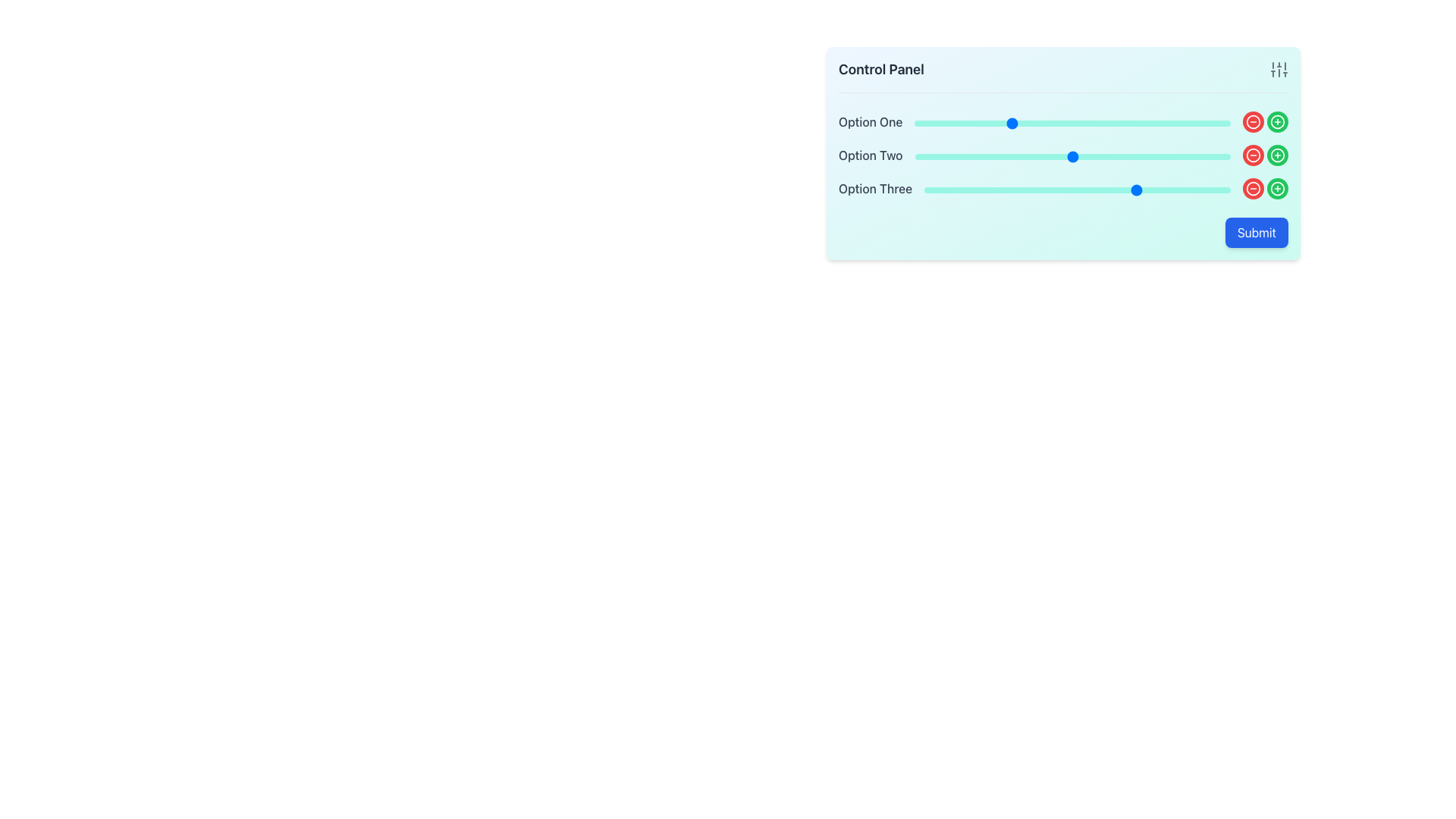  I want to click on the slider, so click(1173, 122).